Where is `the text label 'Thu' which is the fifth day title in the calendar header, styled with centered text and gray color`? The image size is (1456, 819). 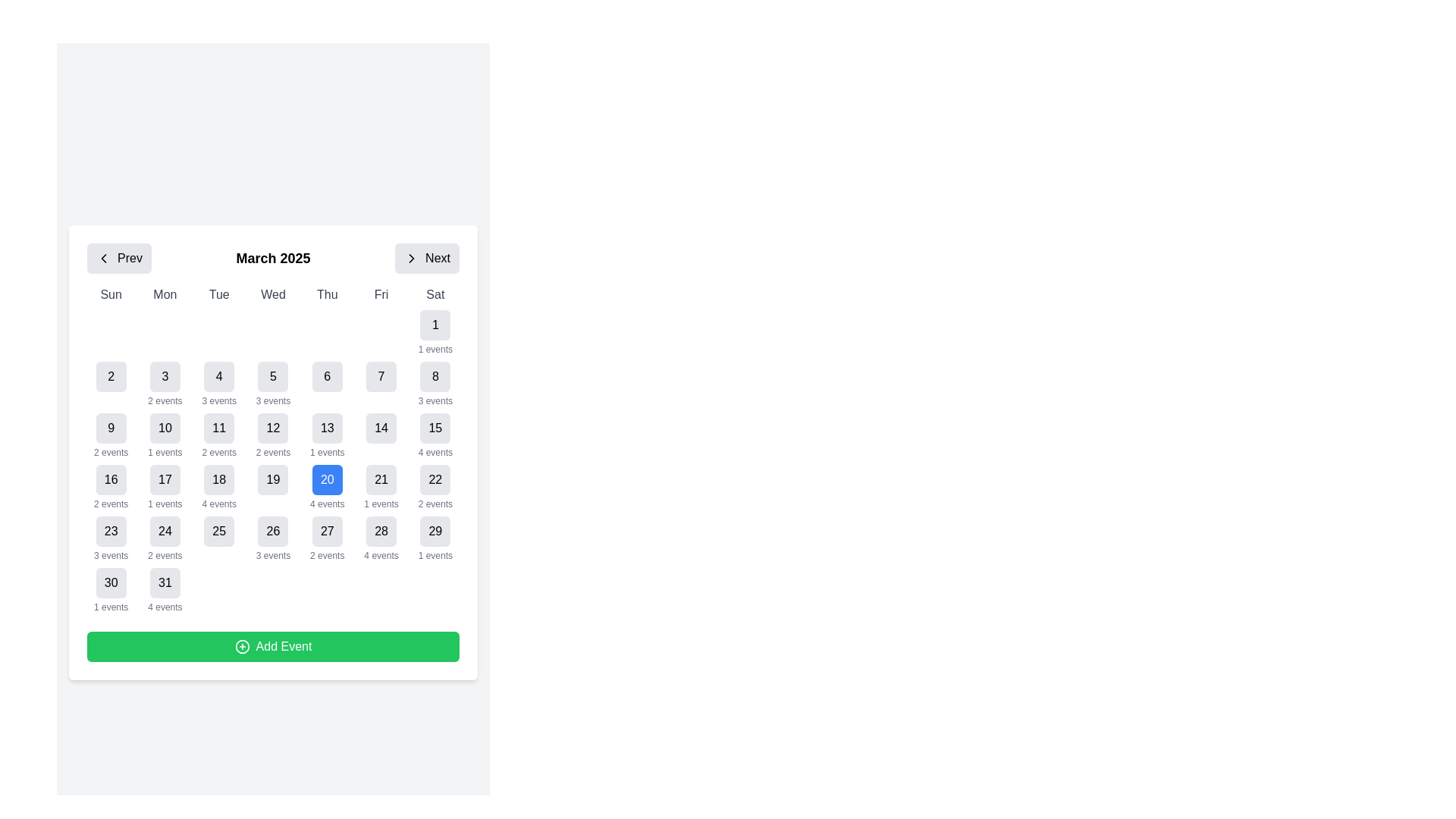
the text label 'Thu' which is the fifth day title in the calendar header, styled with centered text and gray color is located at coordinates (326, 295).